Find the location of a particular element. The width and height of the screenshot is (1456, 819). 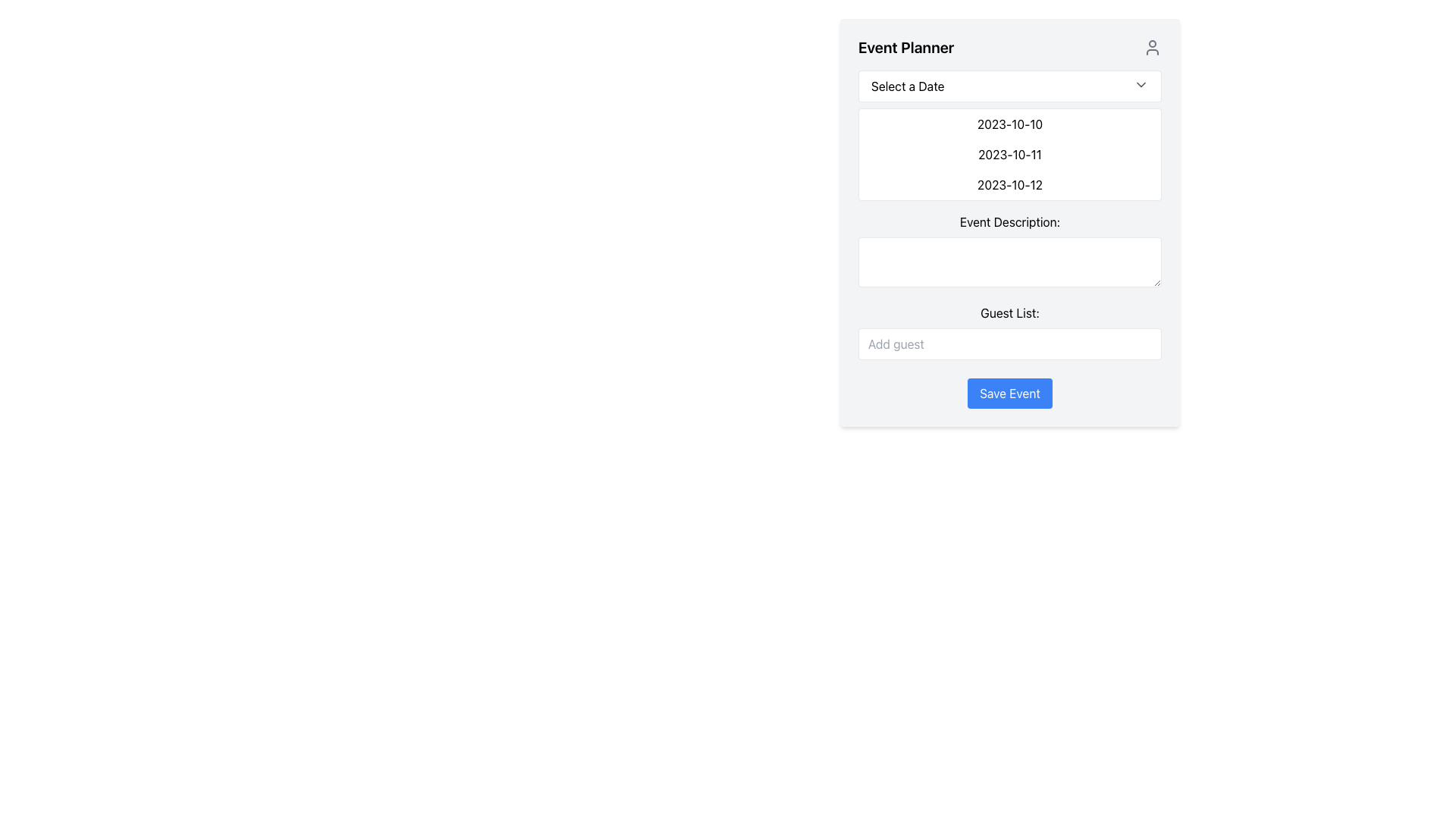

the save button located at the bottom of the event planner interface, just below the 'Guest List' section is located at coordinates (1009, 393).